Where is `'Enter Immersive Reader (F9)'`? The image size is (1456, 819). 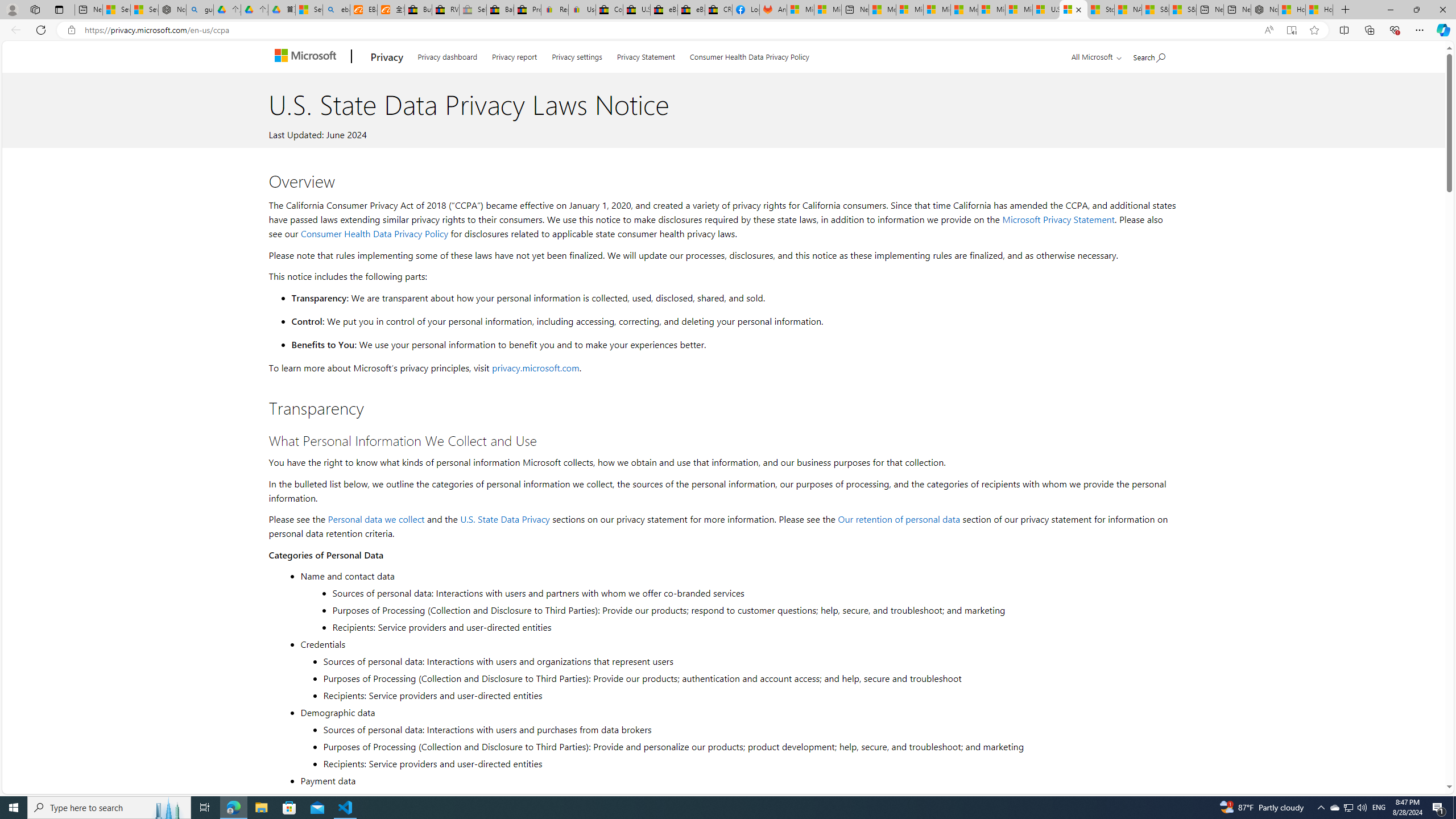 'Enter Immersive Reader (F9)' is located at coordinates (1291, 30).